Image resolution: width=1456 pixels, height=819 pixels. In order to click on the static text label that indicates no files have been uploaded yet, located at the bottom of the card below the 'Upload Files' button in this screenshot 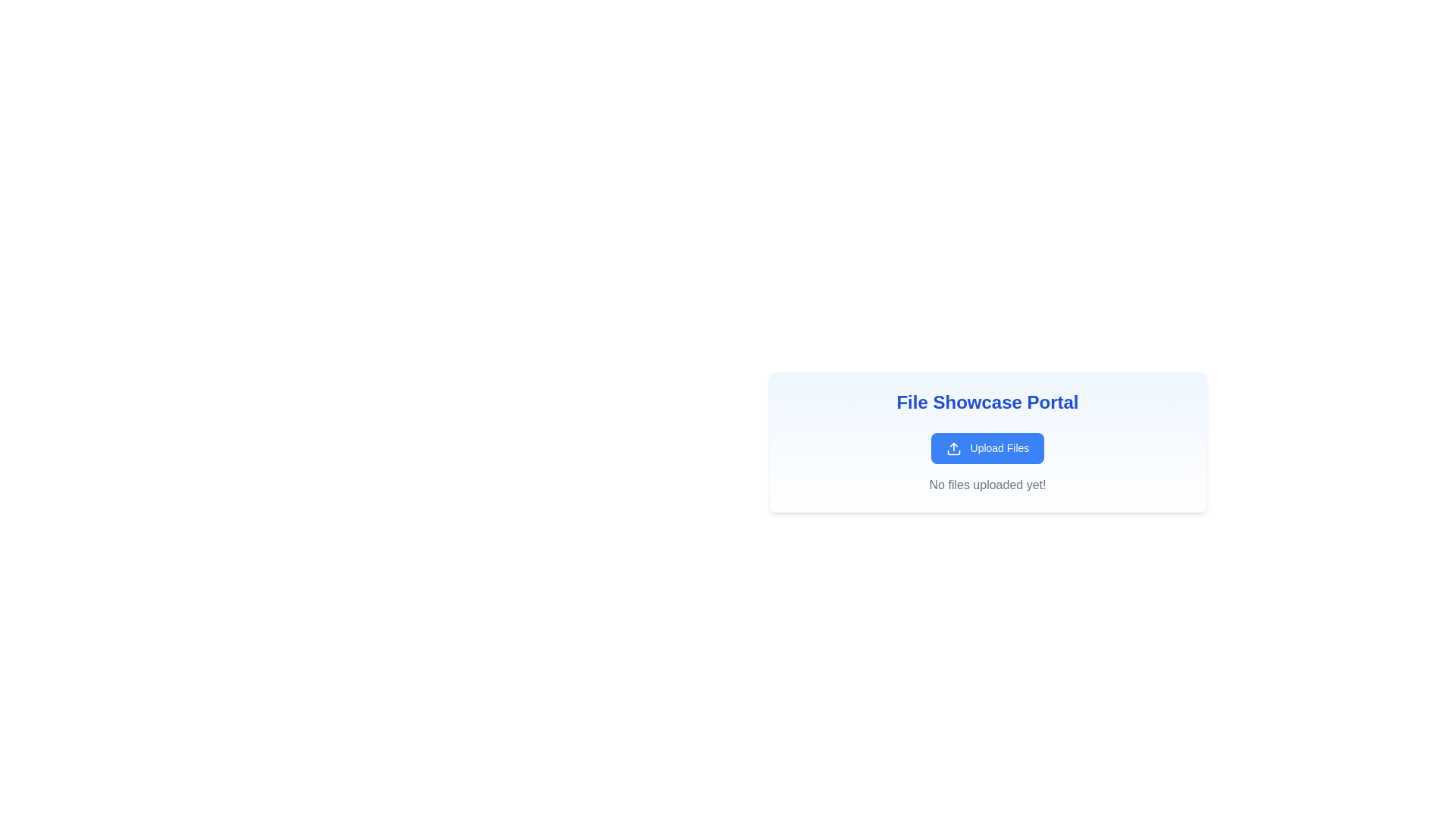, I will do `click(987, 485)`.